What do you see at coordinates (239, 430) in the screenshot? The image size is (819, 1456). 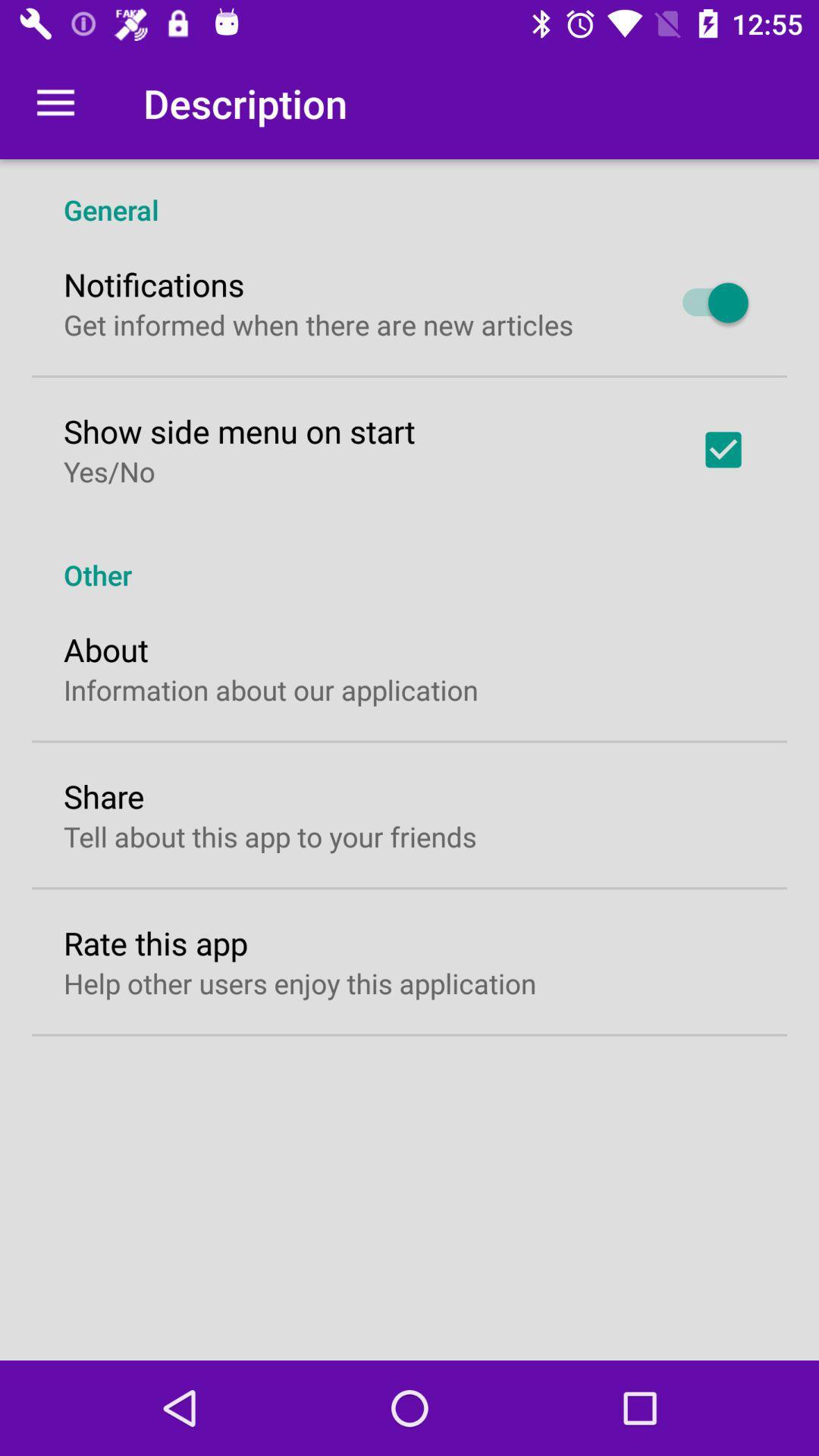 I see `show side menu item` at bounding box center [239, 430].